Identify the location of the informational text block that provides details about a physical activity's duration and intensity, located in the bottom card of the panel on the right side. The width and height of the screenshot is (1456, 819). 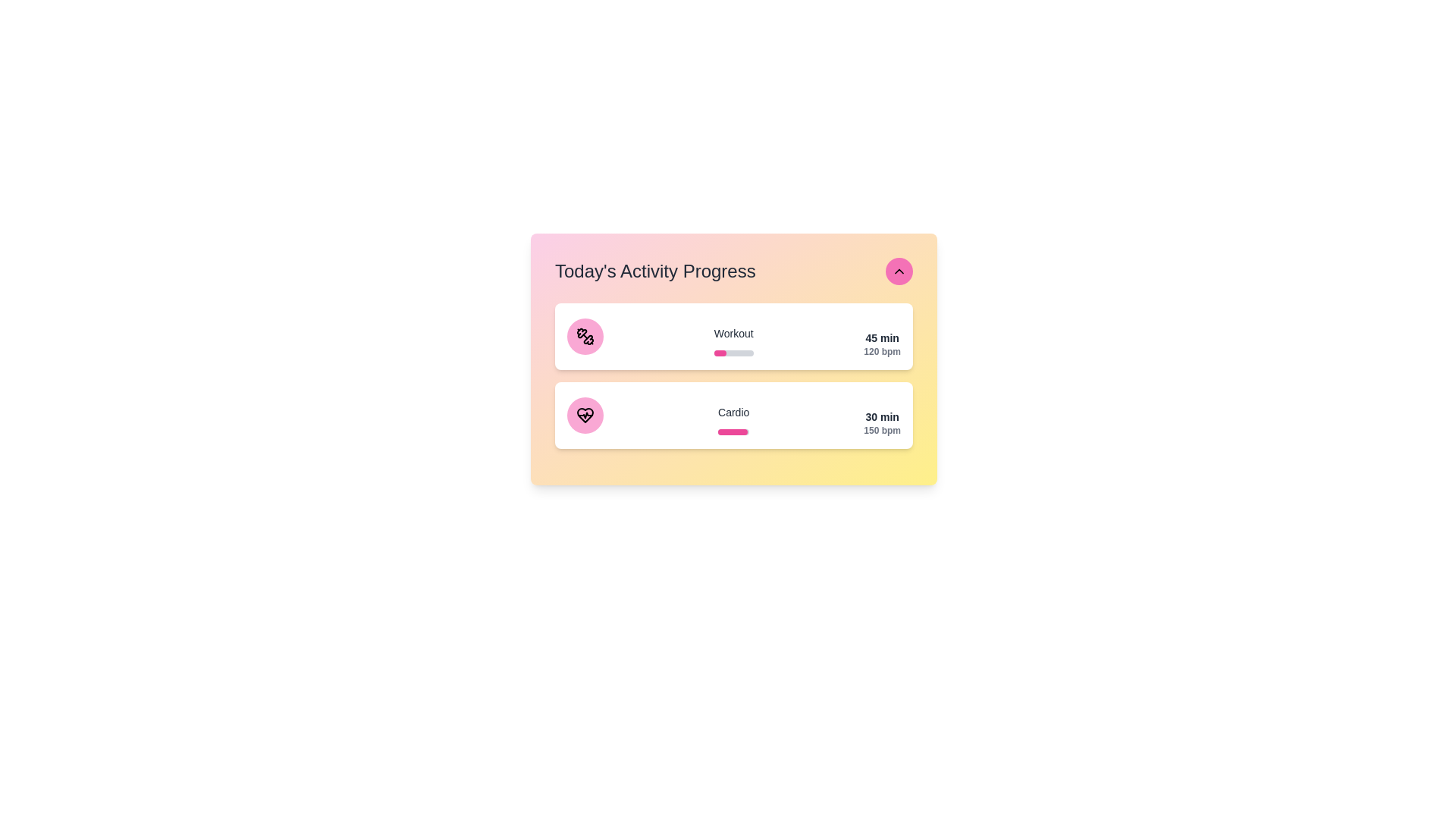
(882, 420).